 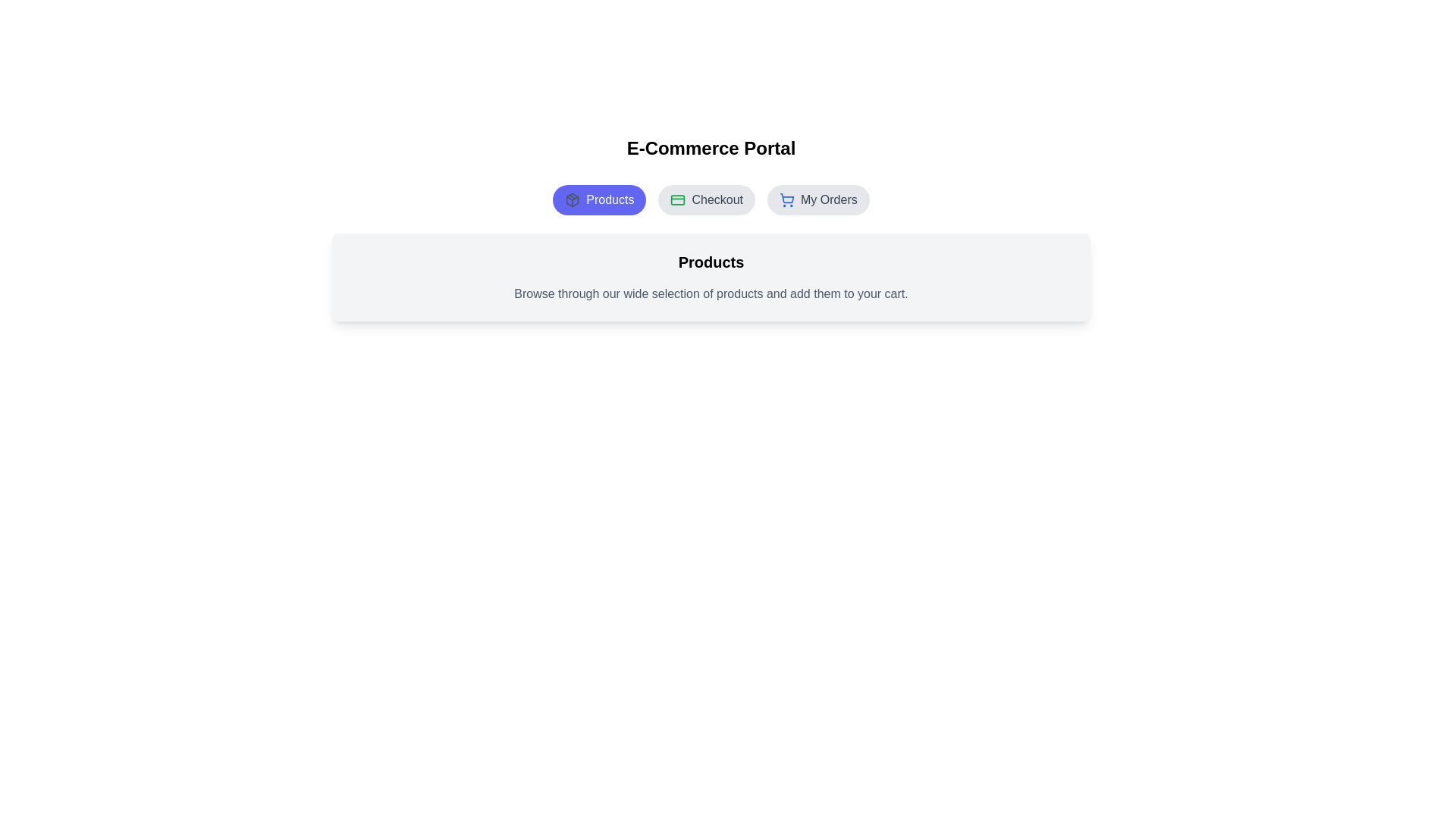 I want to click on the My Orders tab to view its content, so click(x=817, y=199).